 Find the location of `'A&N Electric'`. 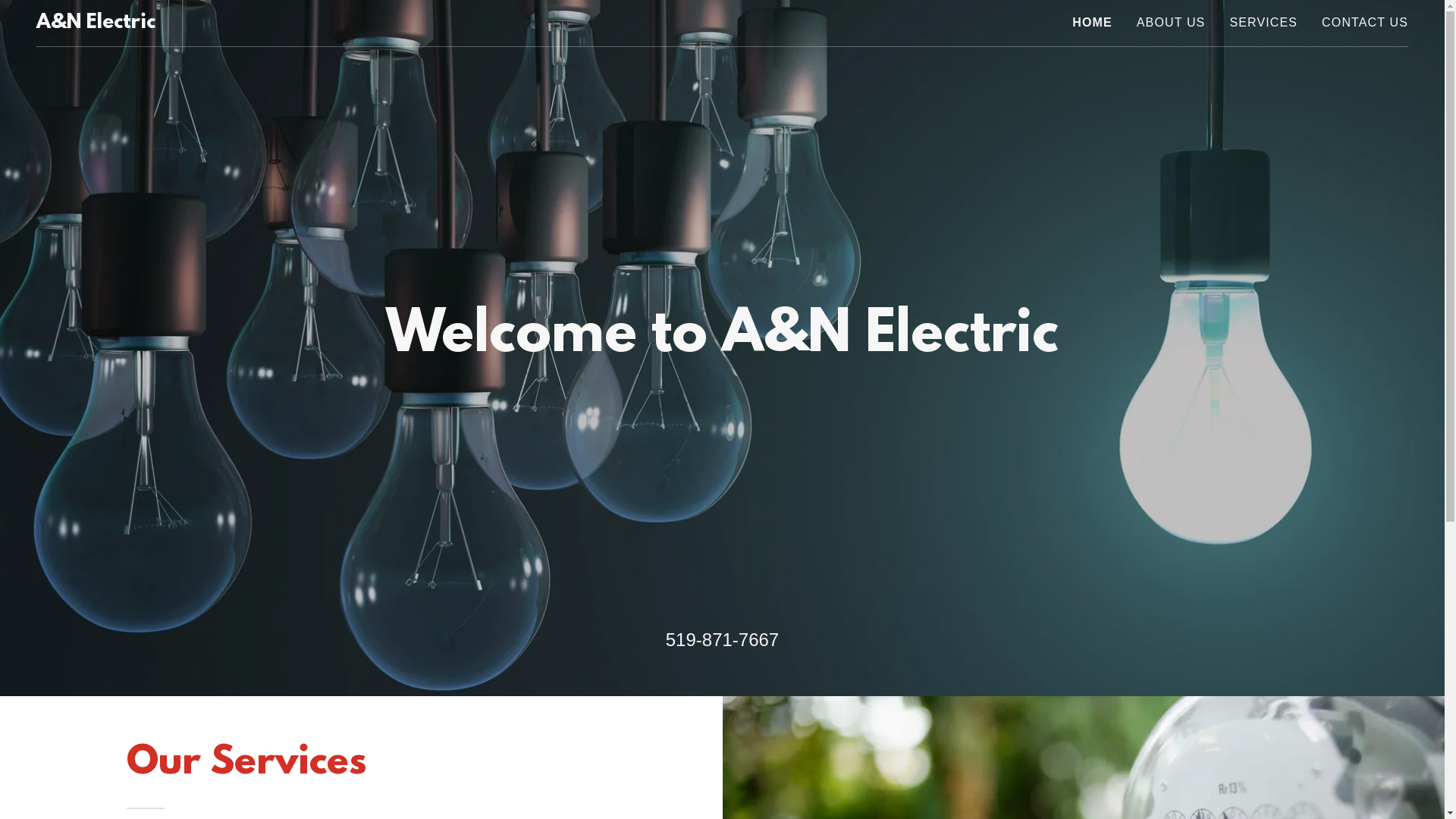

'A&N Electric' is located at coordinates (95, 23).